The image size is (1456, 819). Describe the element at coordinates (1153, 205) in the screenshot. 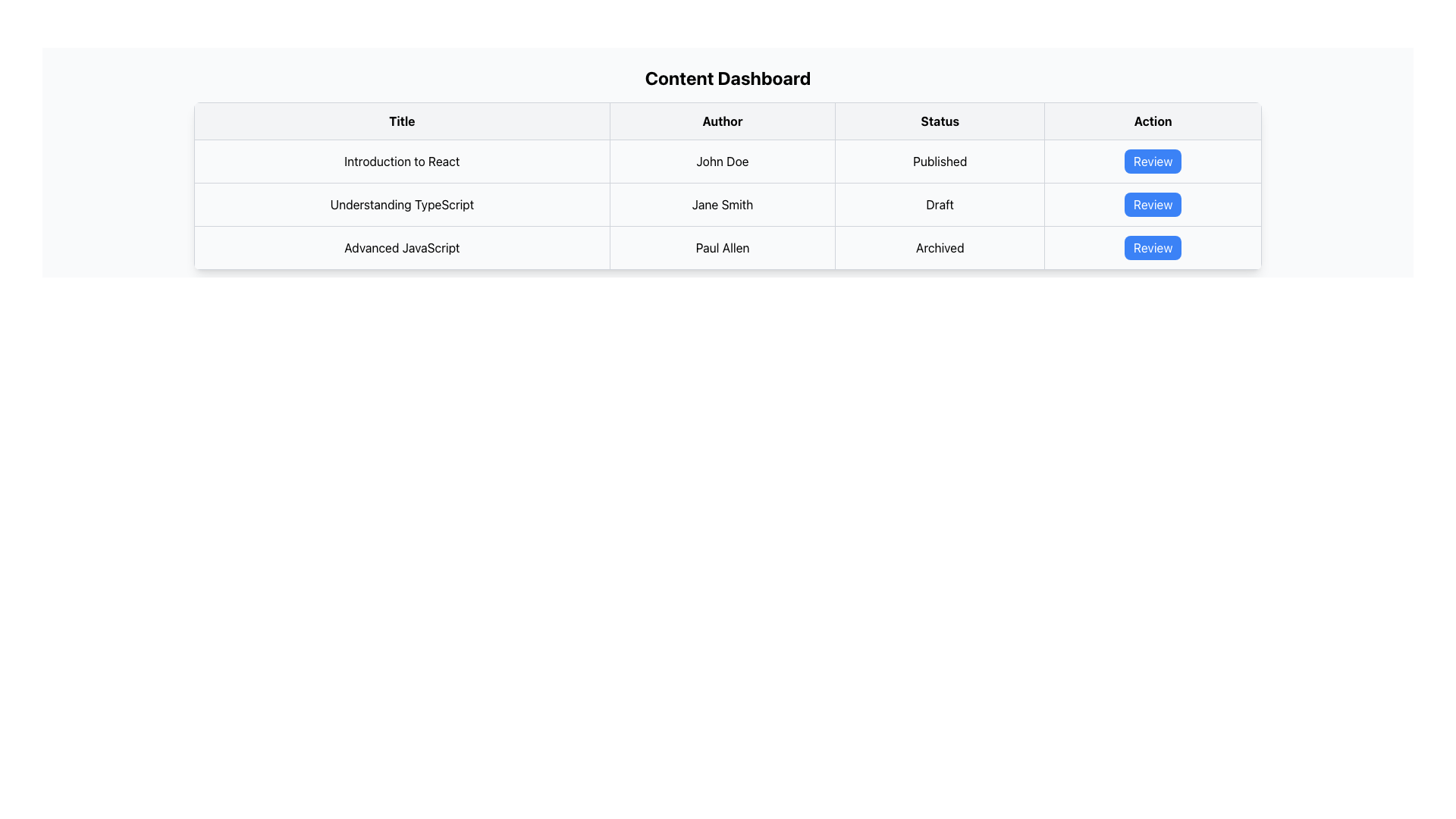

I see `the second button in the 'Action' column of the table corresponding to the 'Understanding TypeScript' row` at that location.